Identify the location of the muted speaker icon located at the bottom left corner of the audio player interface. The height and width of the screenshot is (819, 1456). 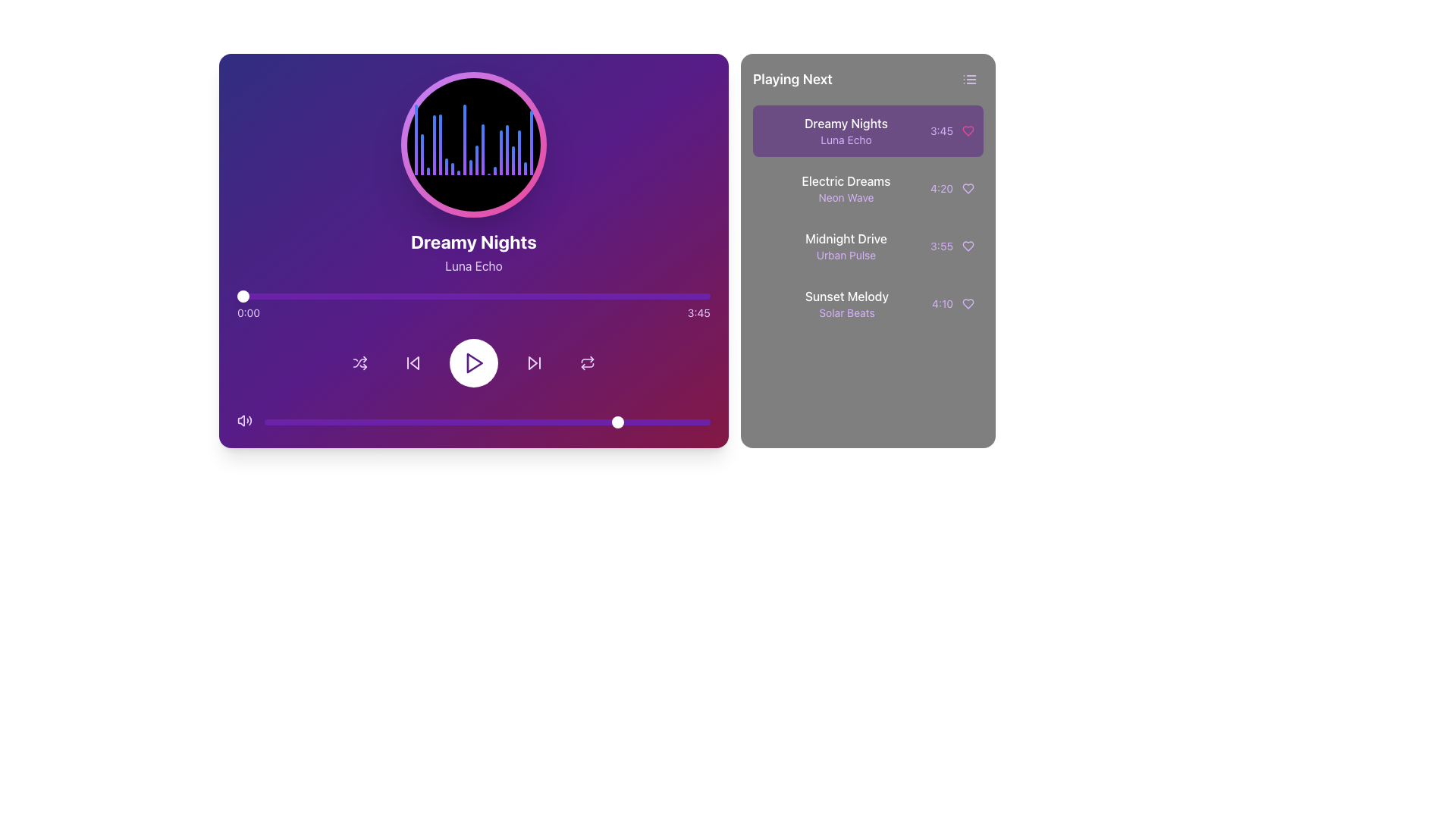
(240, 421).